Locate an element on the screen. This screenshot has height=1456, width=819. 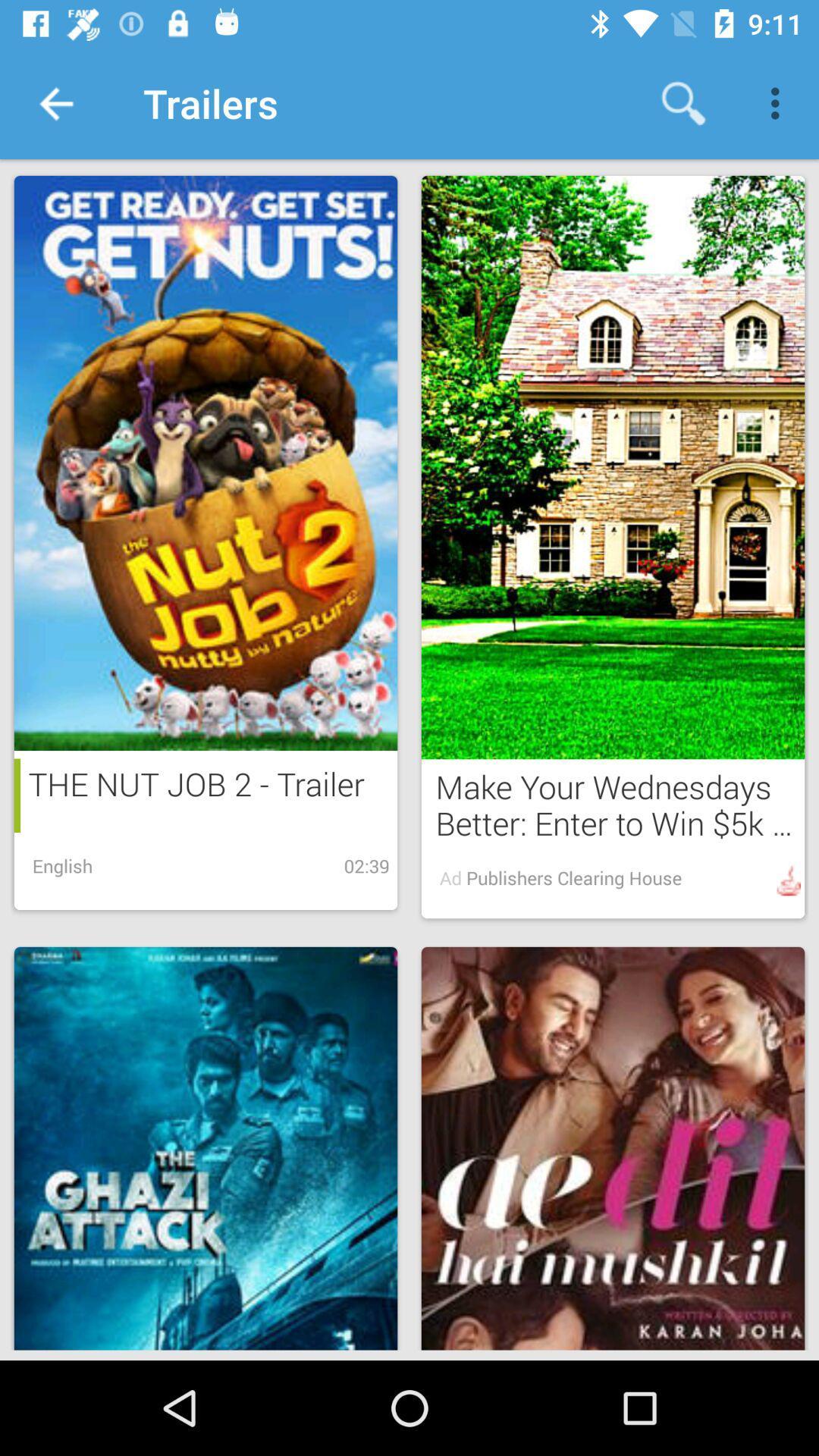
the item to the right of trailers is located at coordinates (683, 102).